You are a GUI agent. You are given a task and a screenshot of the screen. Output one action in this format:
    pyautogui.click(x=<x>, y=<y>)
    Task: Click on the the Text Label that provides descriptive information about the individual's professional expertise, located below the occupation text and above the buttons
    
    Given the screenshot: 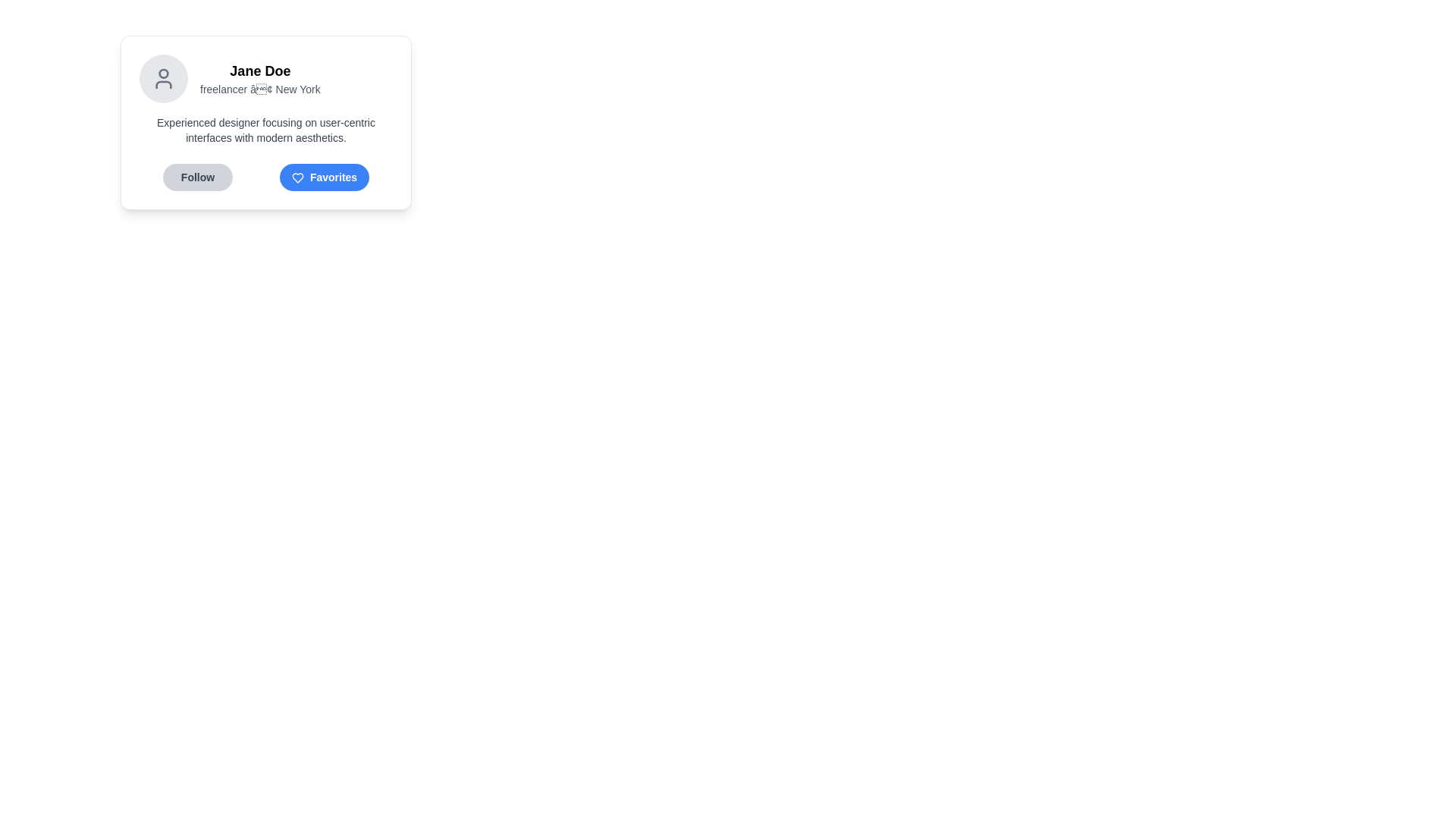 What is the action you would take?
    pyautogui.click(x=265, y=130)
    